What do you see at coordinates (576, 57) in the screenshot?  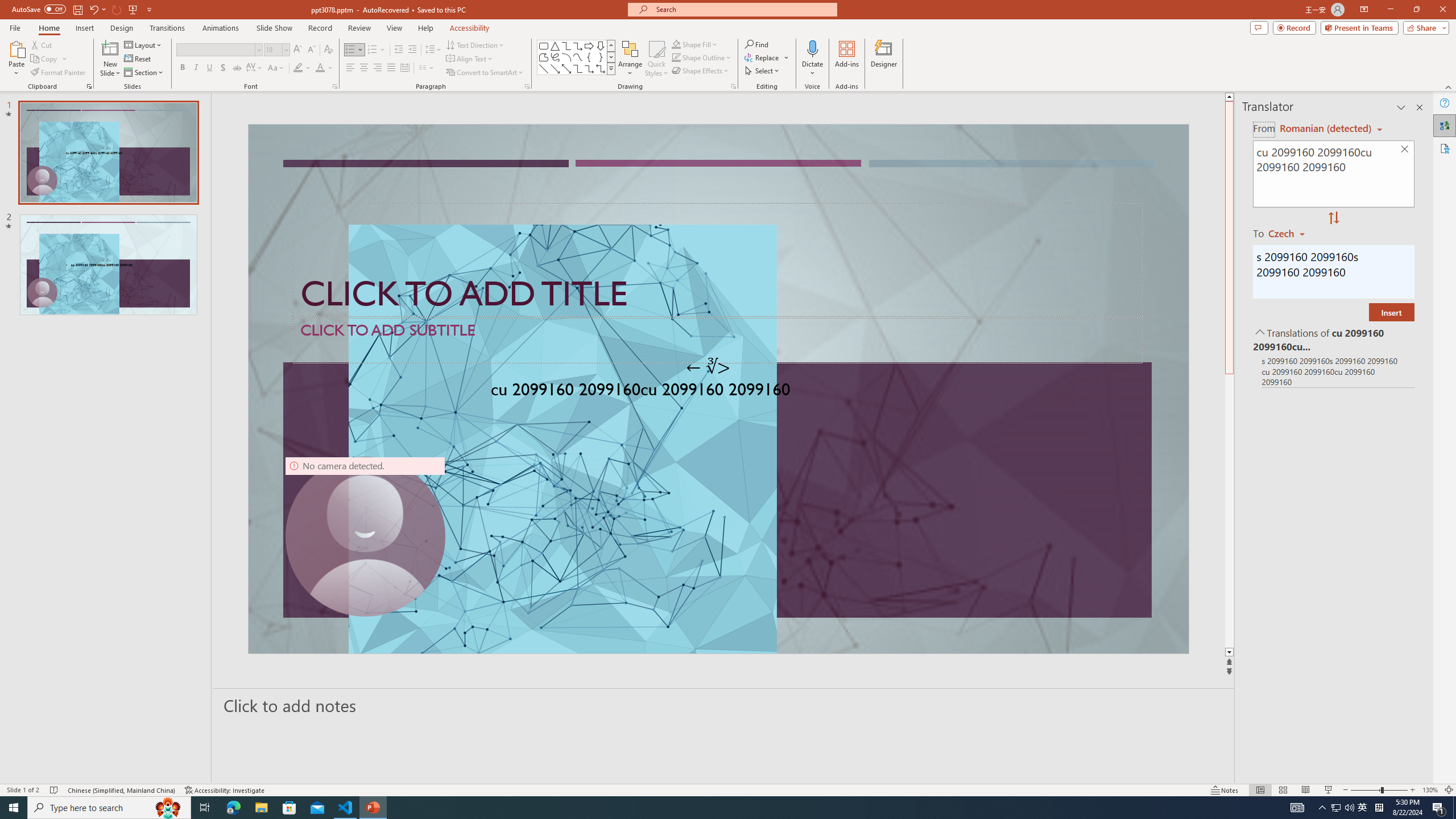 I see `'AutomationID: ShapesInsertGallery'` at bounding box center [576, 57].